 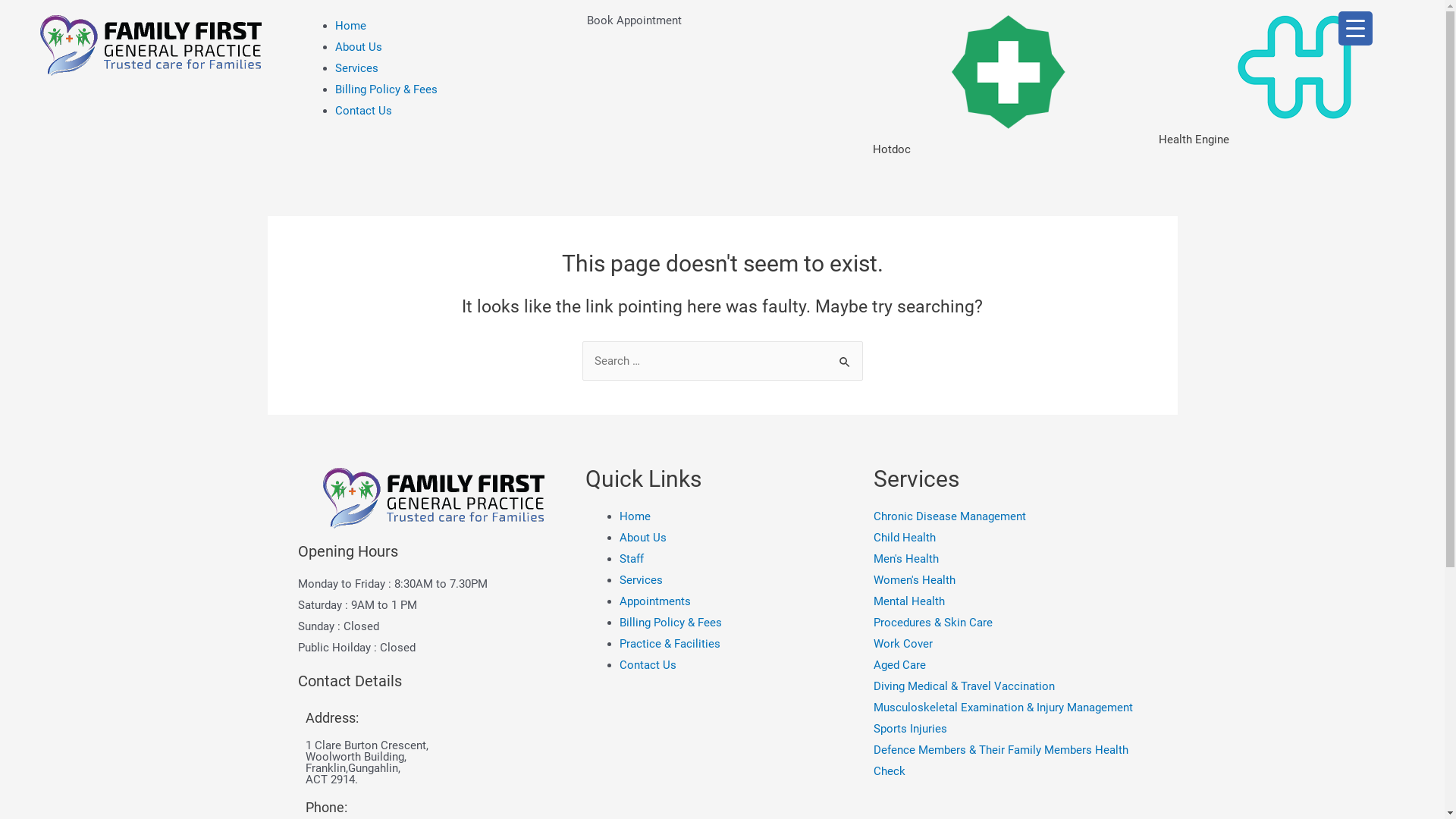 I want to click on 'Hotdoc', so click(x=892, y=149).